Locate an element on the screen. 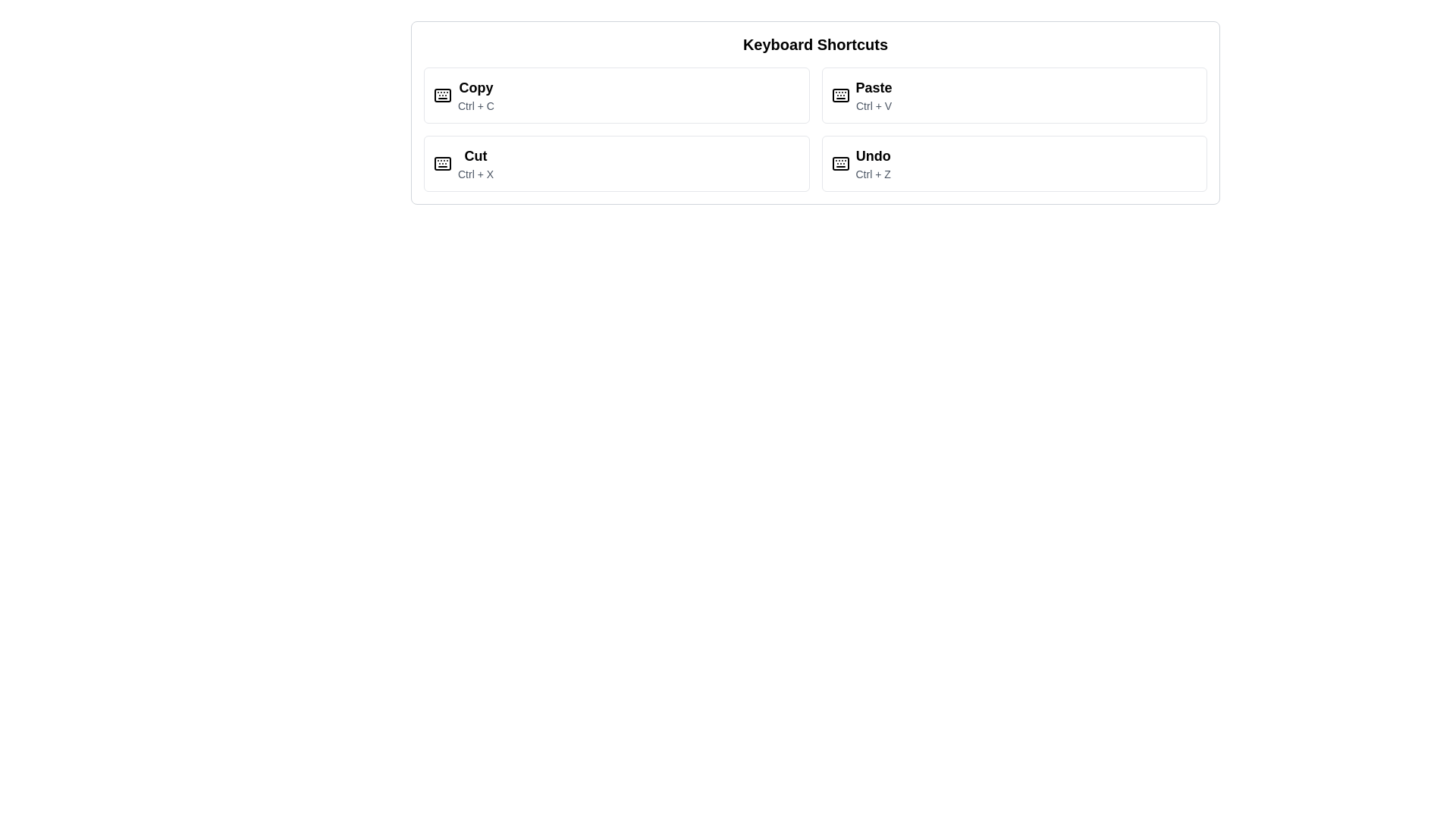  the small keyboard icon with a black outline located to the left of the 'Undo' and 'Ctrl + Z' labels in the 'Keyboard Shortcuts' section is located at coordinates (839, 164).